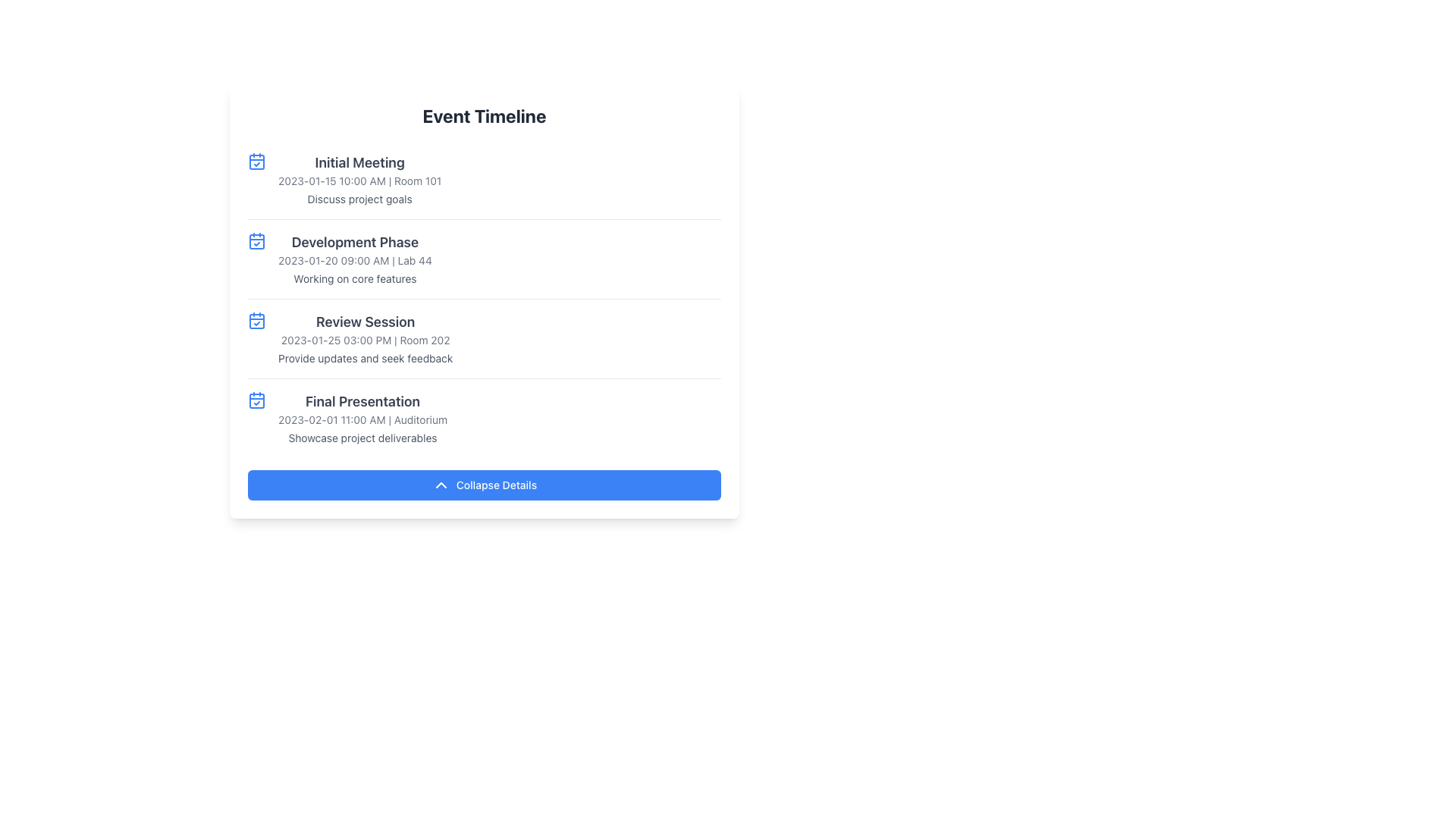 The width and height of the screenshot is (1456, 819). What do you see at coordinates (483, 259) in the screenshot?
I see `information displayed in the structured information block, which details the scheduled event located below the 'Initial Meeting' and above the 'Review Session' on the card` at bounding box center [483, 259].